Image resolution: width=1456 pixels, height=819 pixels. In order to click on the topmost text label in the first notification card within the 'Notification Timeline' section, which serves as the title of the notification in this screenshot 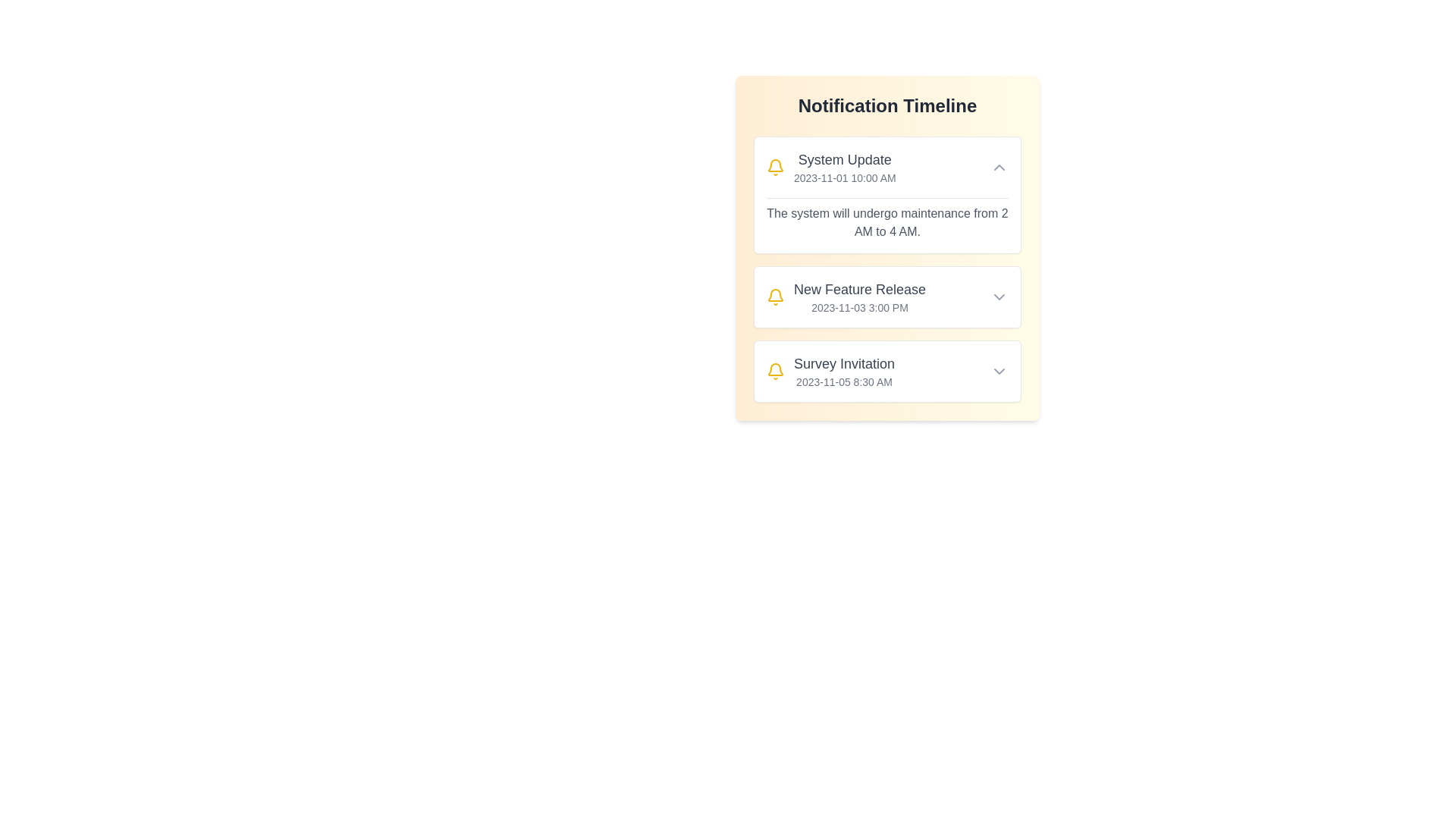, I will do `click(844, 160)`.